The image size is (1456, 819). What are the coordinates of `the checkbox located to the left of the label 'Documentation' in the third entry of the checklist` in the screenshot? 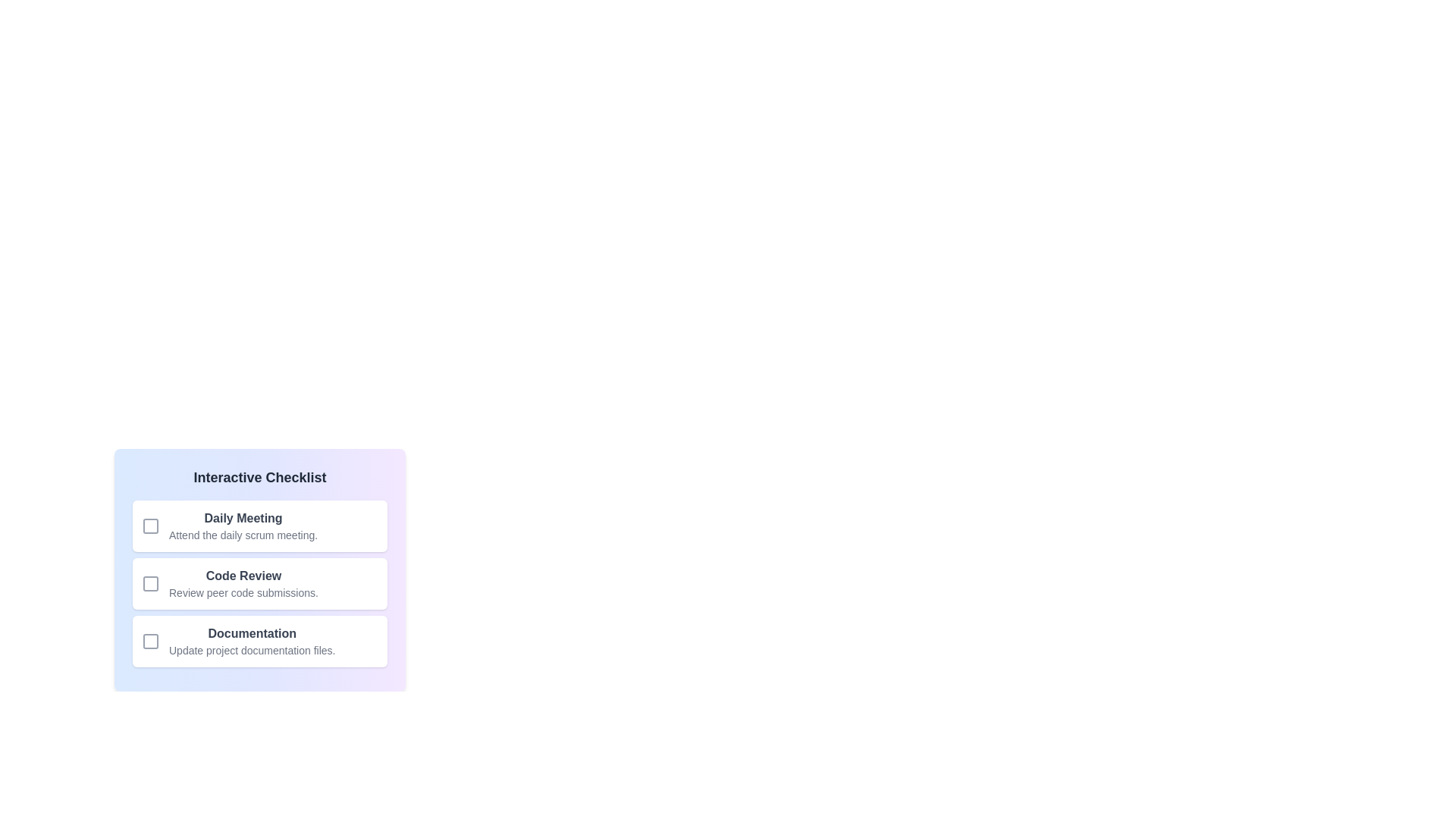 It's located at (150, 641).